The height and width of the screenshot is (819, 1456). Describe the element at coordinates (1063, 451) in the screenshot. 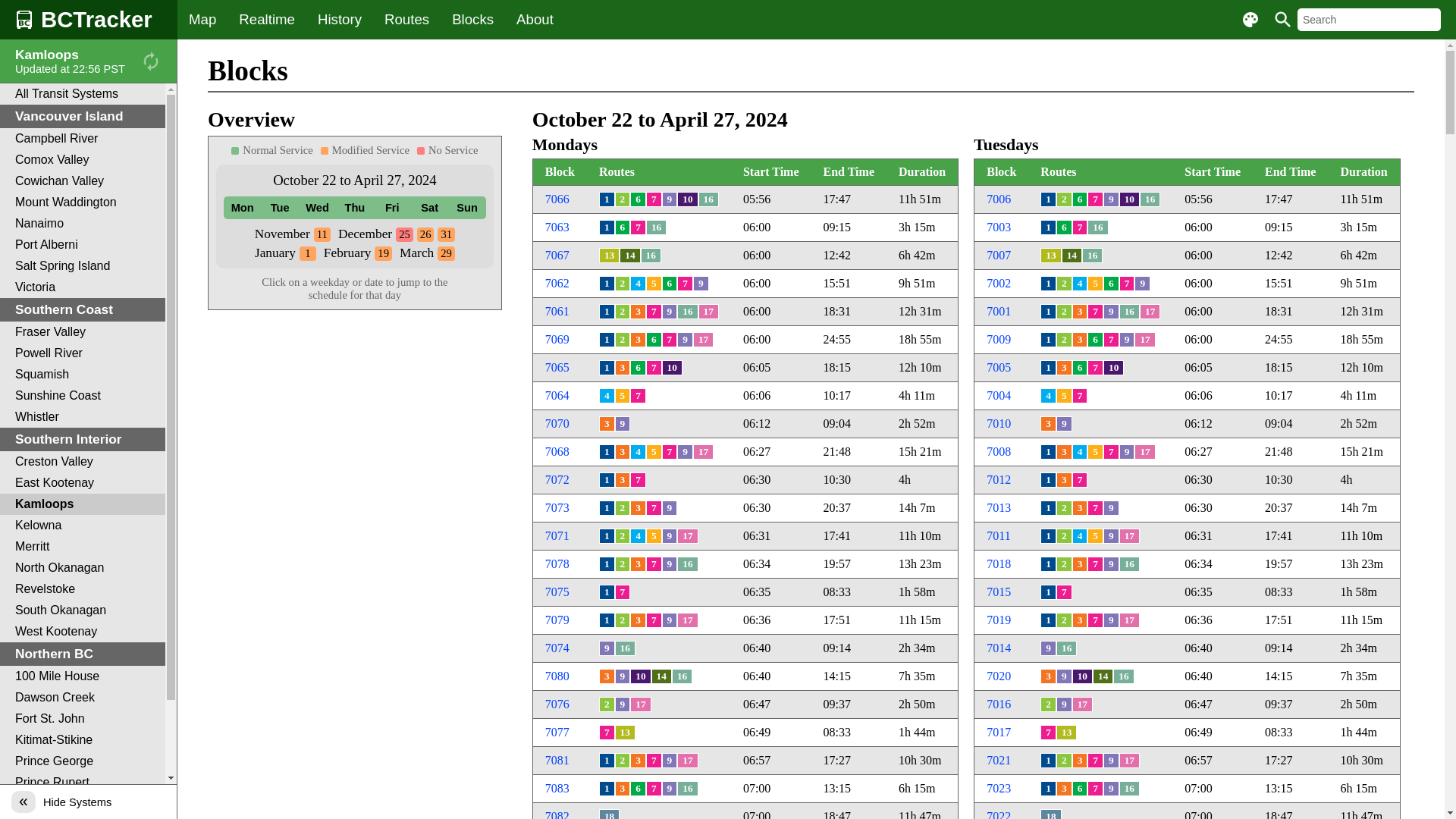

I see `'3'` at that location.